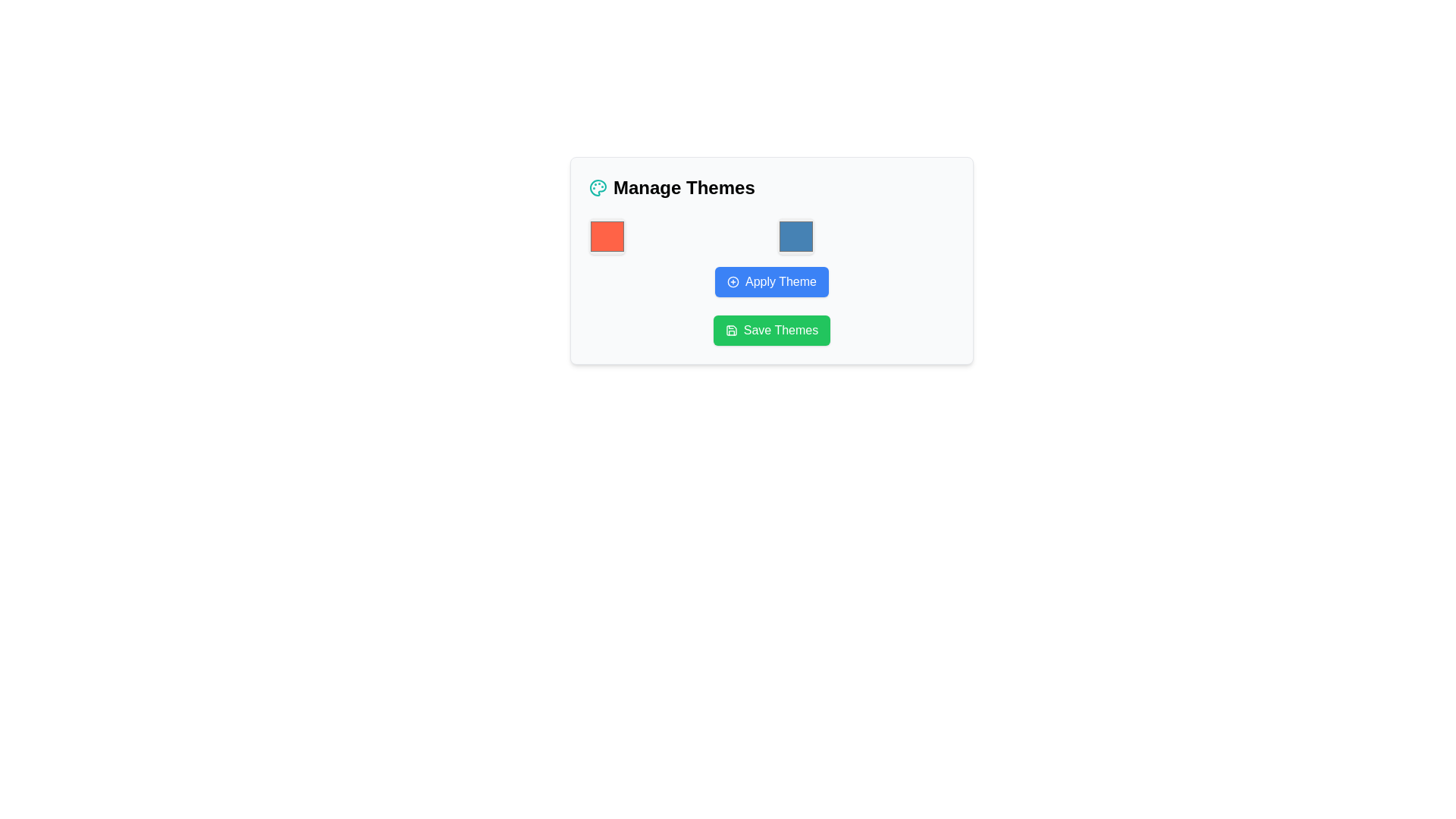  What do you see at coordinates (771, 329) in the screenshot?
I see `the 'Save' button located at the bottom of the 'Manage Themes' section` at bounding box center [771, 329].